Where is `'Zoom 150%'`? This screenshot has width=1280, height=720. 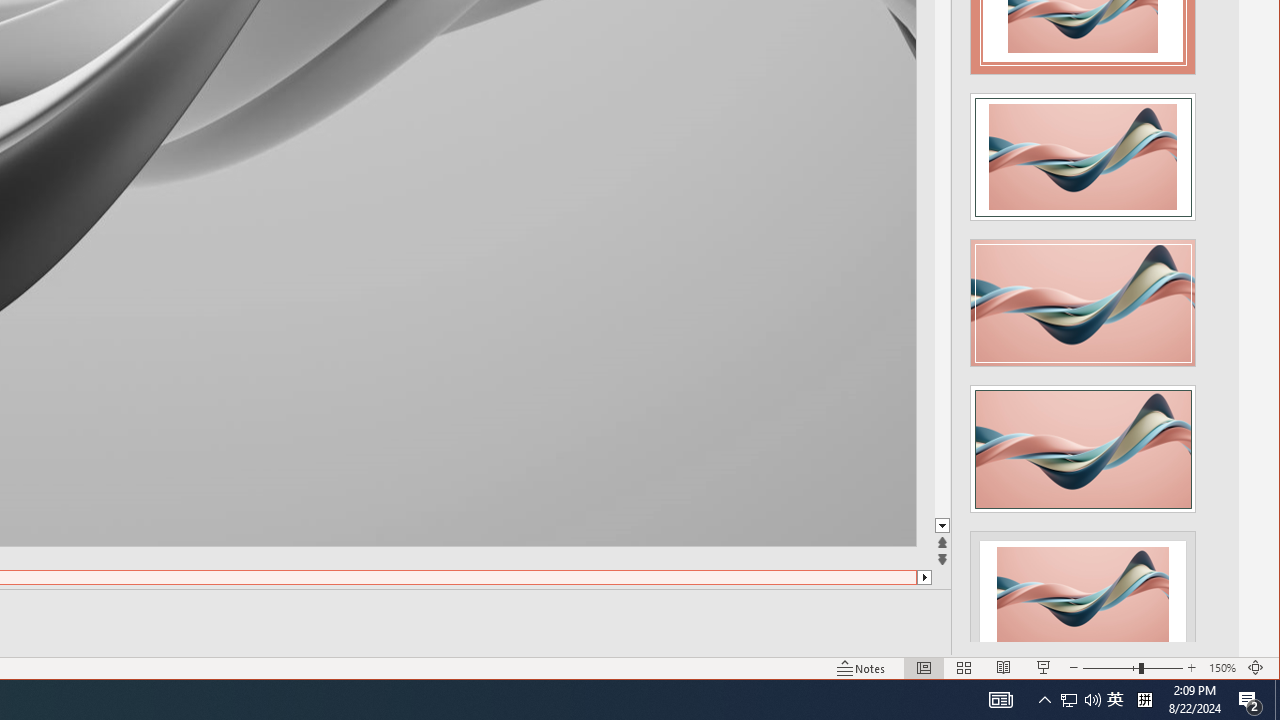
'Zoom 150%' is located at coordinates (1221, 668).